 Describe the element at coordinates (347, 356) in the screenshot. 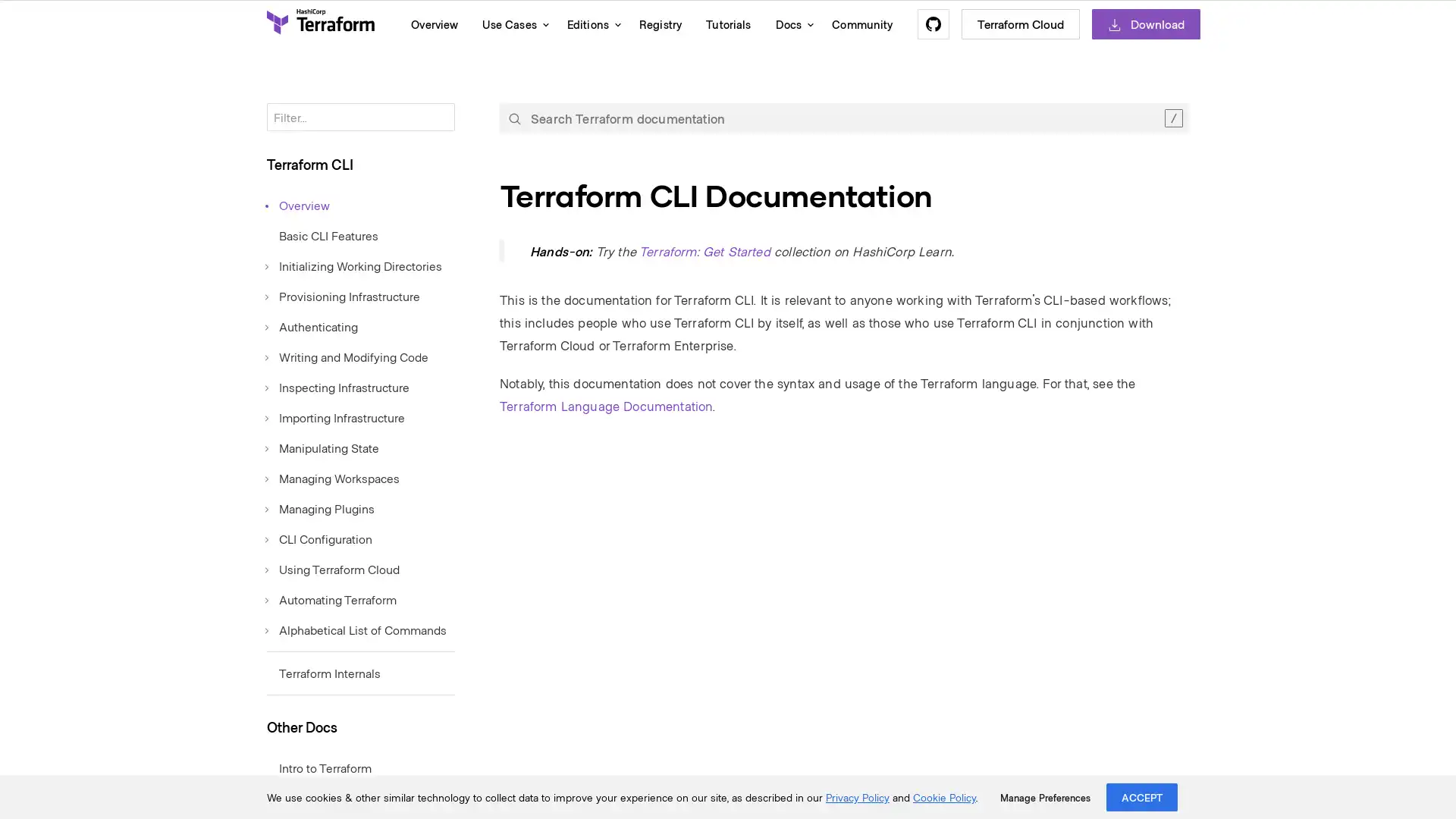

I see `Writing and Modifying Code` at that location.